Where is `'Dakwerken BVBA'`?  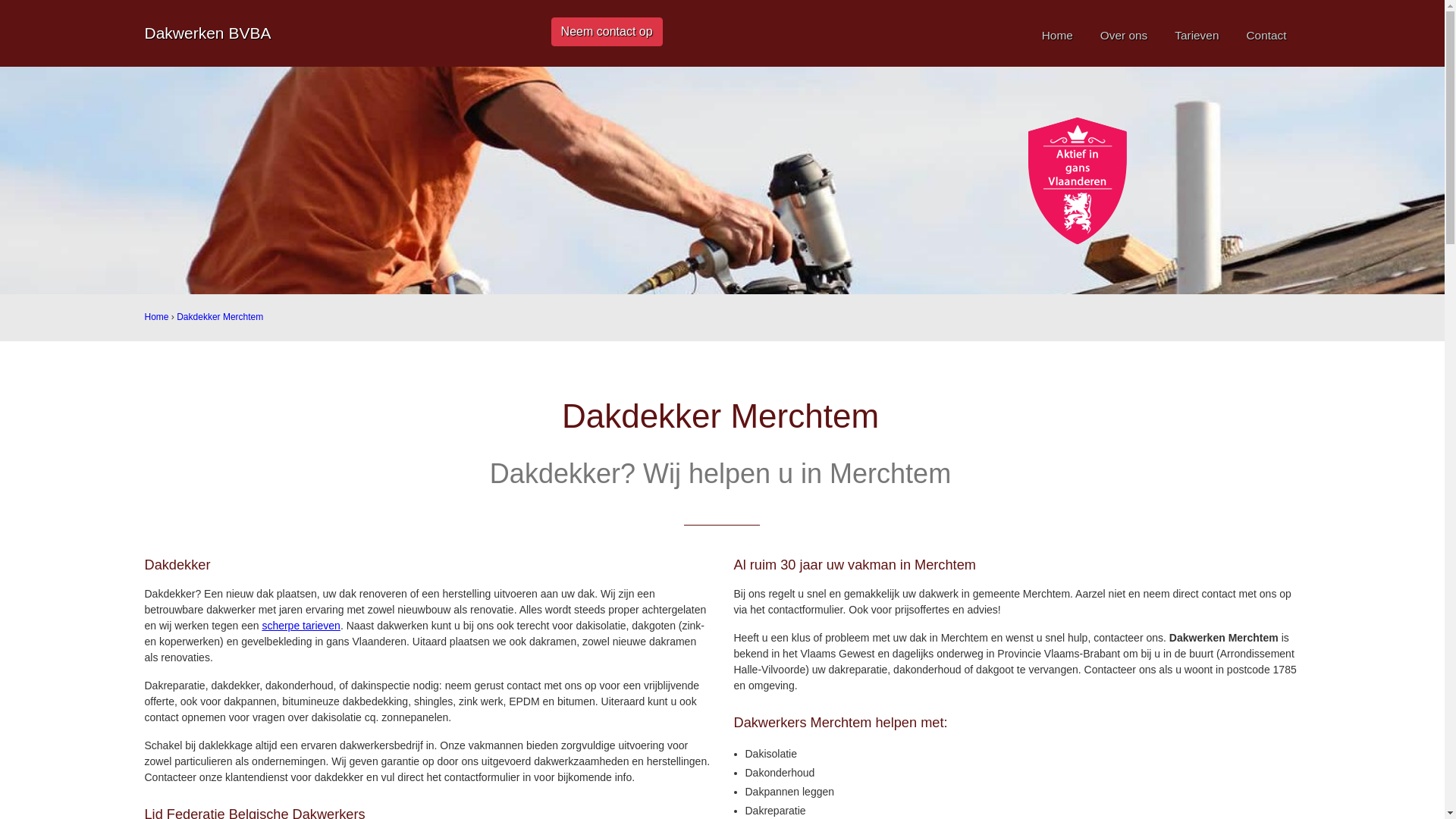 'Dakwerken BVBA' is located at coordinates (206, 33).